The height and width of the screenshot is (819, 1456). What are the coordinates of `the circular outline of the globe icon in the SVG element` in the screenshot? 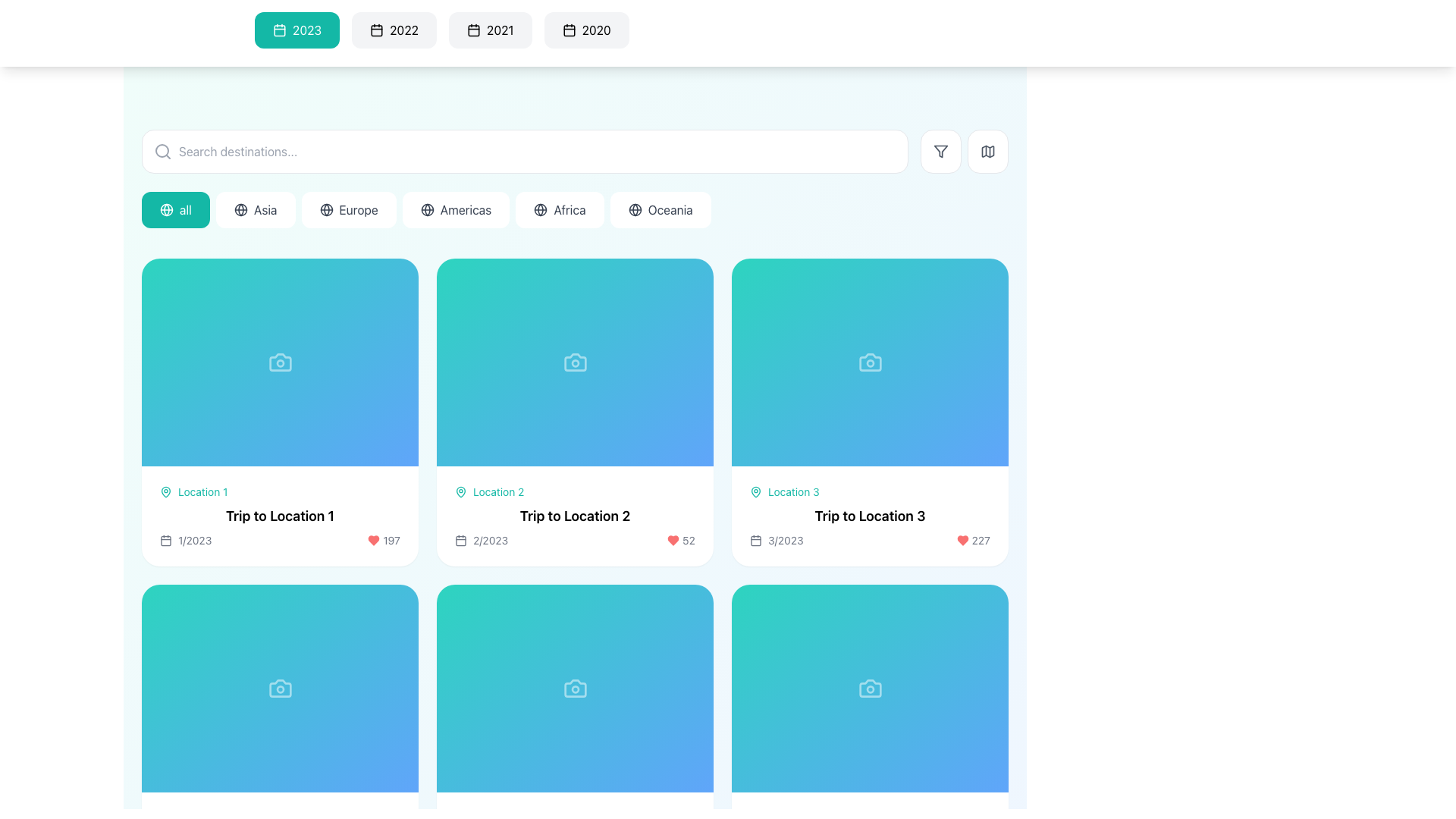 It's located at (541, 210).